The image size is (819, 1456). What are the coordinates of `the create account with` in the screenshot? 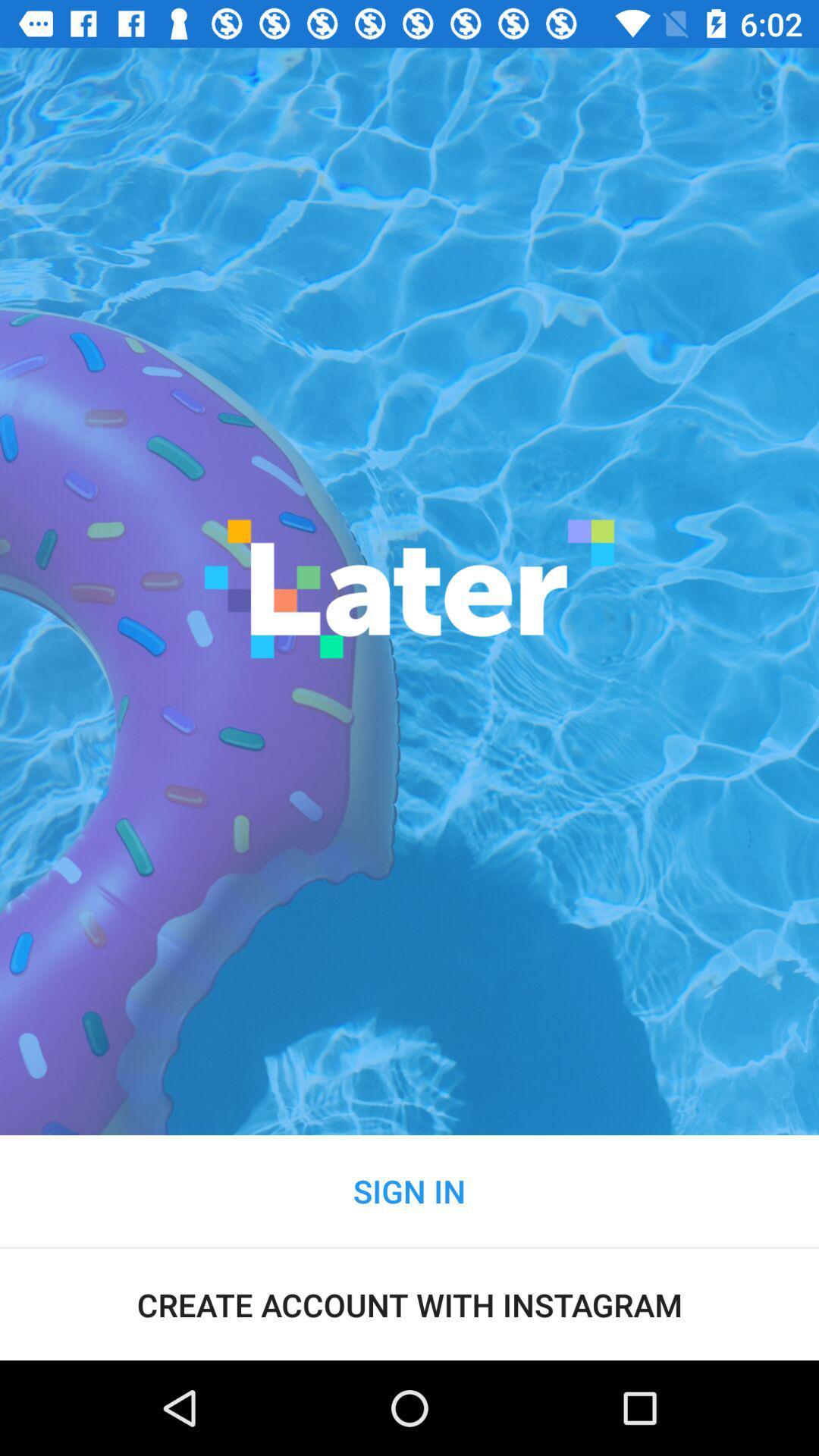 It's located at (409, 1304).